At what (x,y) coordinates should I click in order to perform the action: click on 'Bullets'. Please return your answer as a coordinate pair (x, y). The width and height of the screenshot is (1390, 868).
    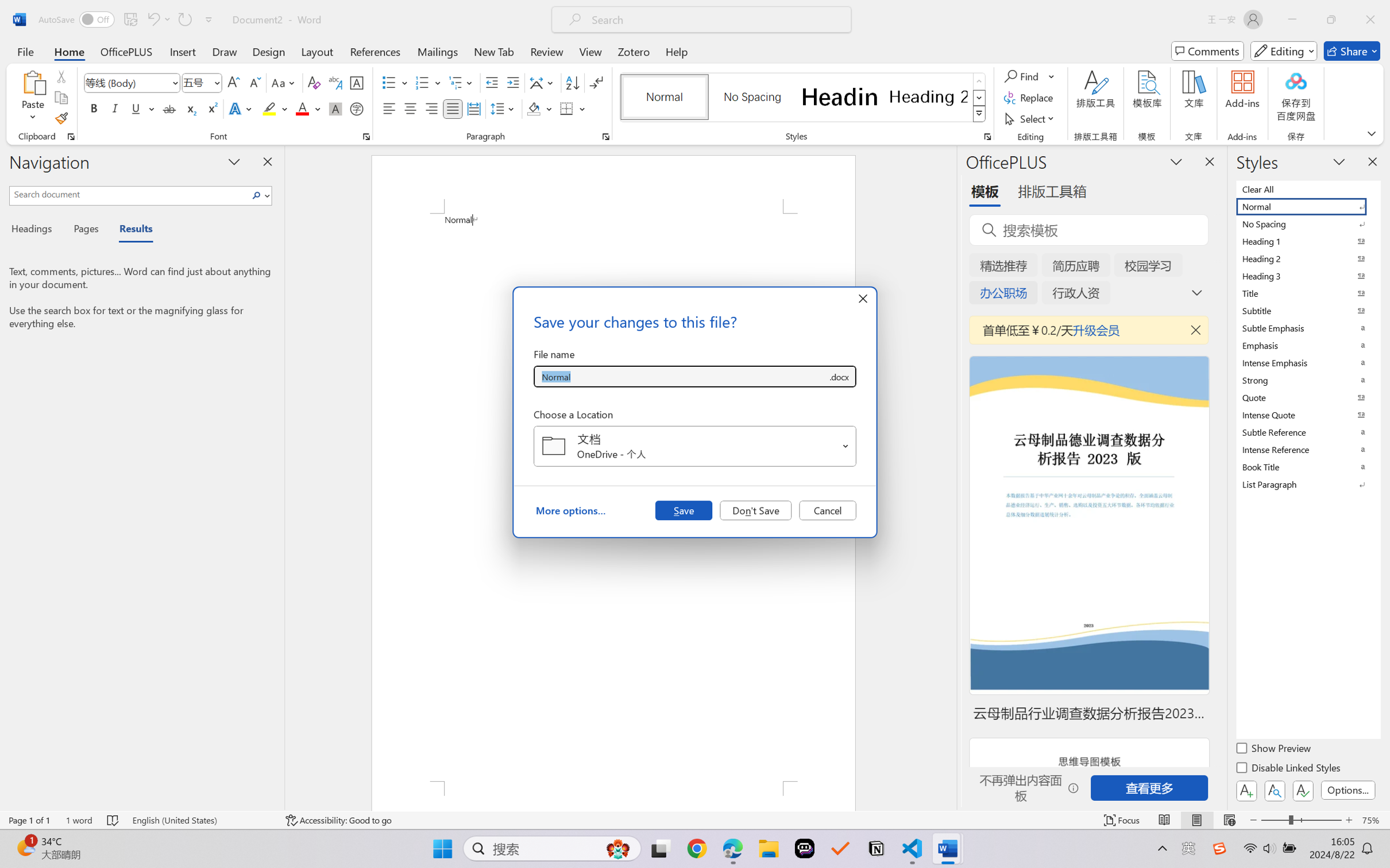
    Looking at the image, I should click on (389, 83).